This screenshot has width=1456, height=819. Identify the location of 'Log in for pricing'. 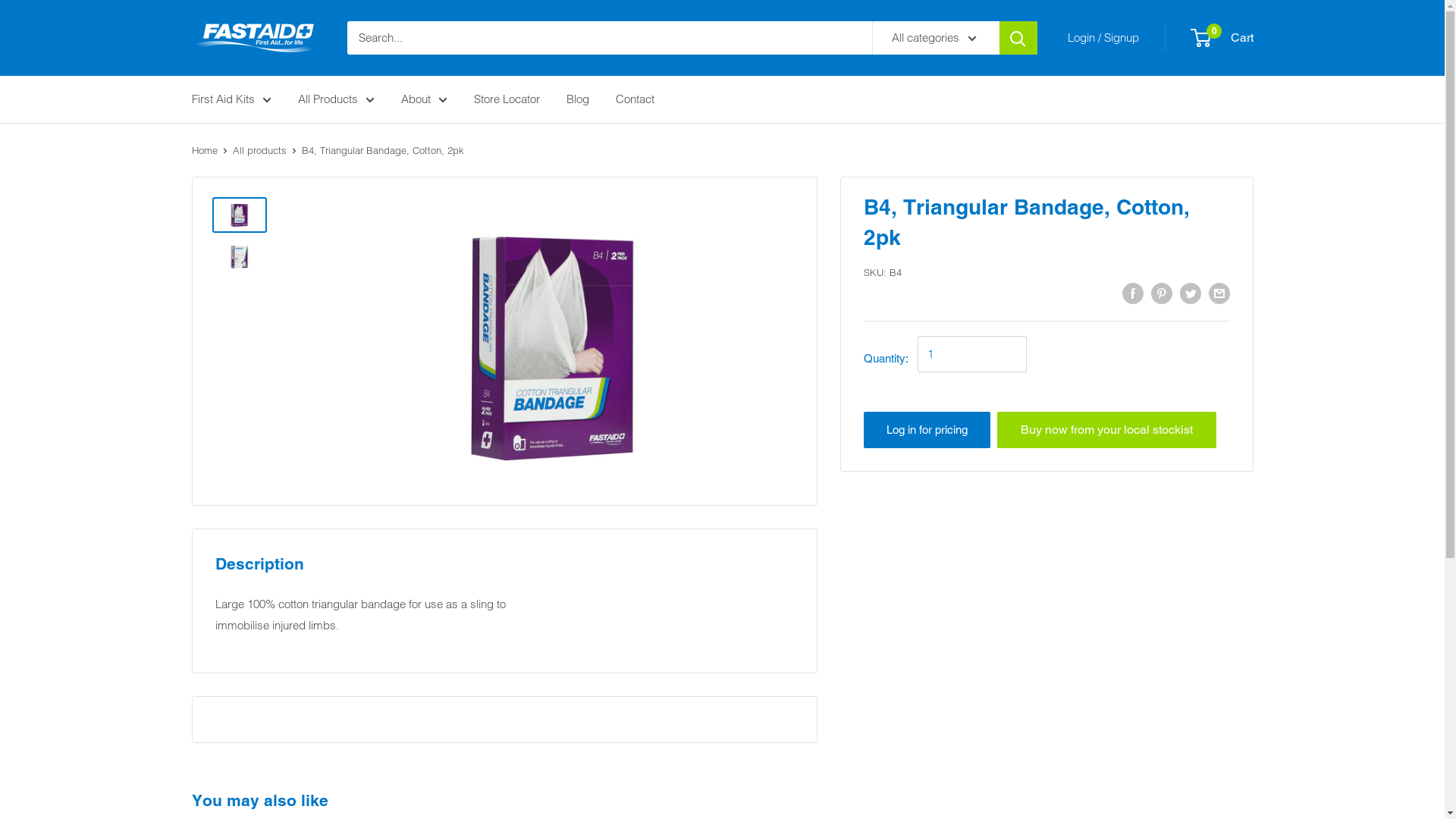
(925, 430).